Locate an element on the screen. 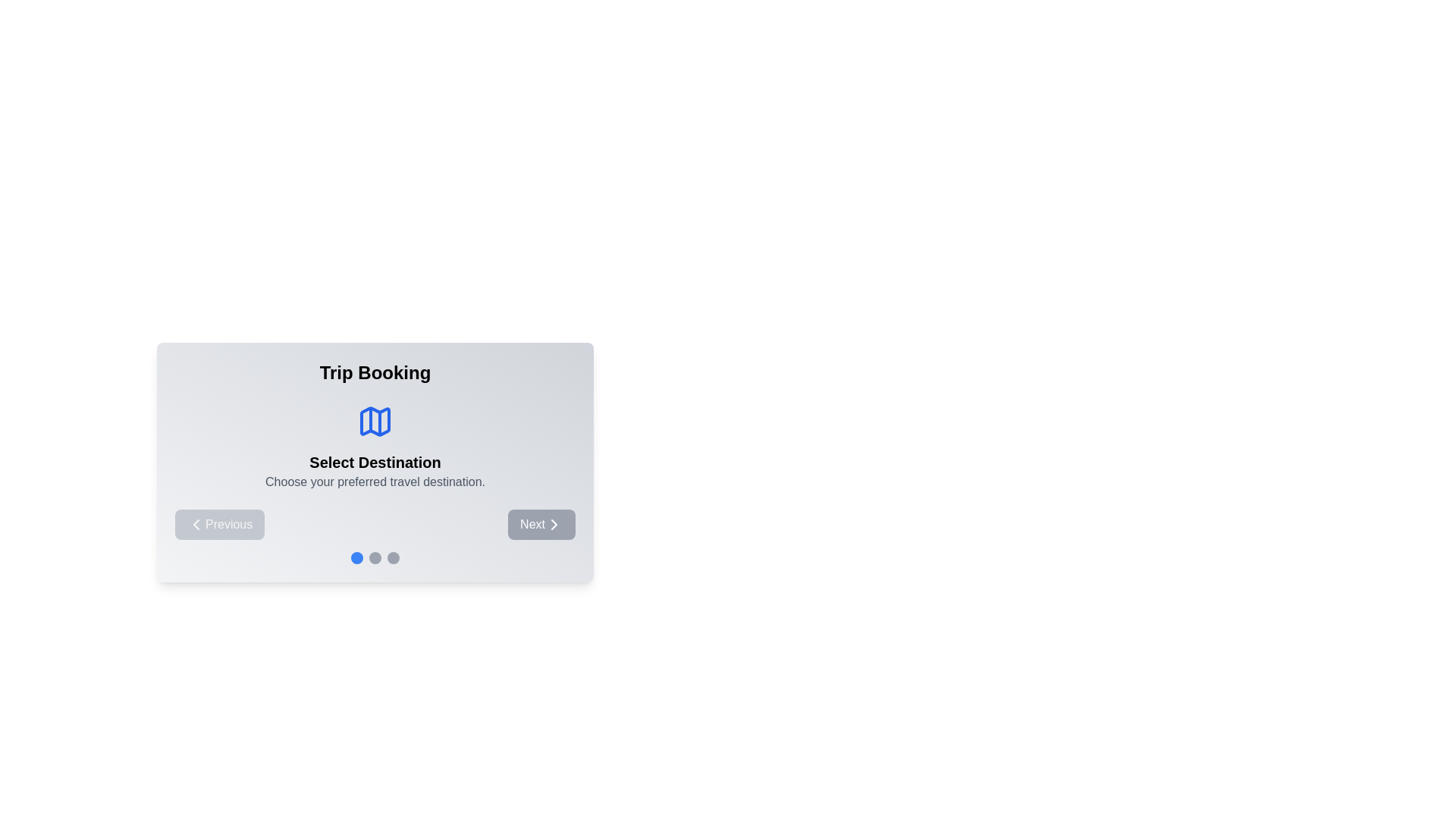  the second circular navigation dot, which is a small, gray, filled circle positioned centrally among a series of three navigation indicators is located at coordinates (375, 558).